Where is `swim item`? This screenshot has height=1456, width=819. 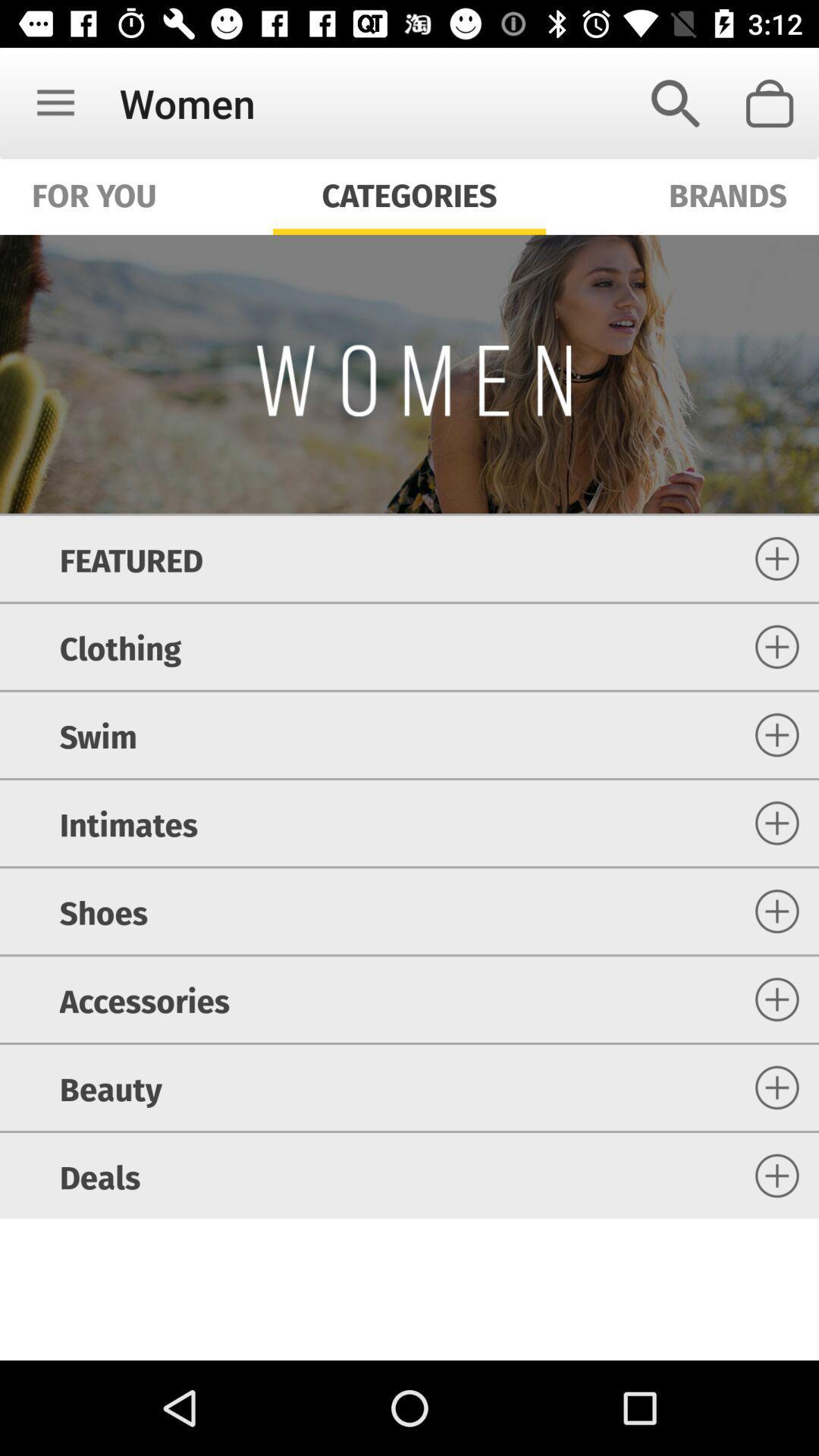 swim item is located at coordinates (98, 735).